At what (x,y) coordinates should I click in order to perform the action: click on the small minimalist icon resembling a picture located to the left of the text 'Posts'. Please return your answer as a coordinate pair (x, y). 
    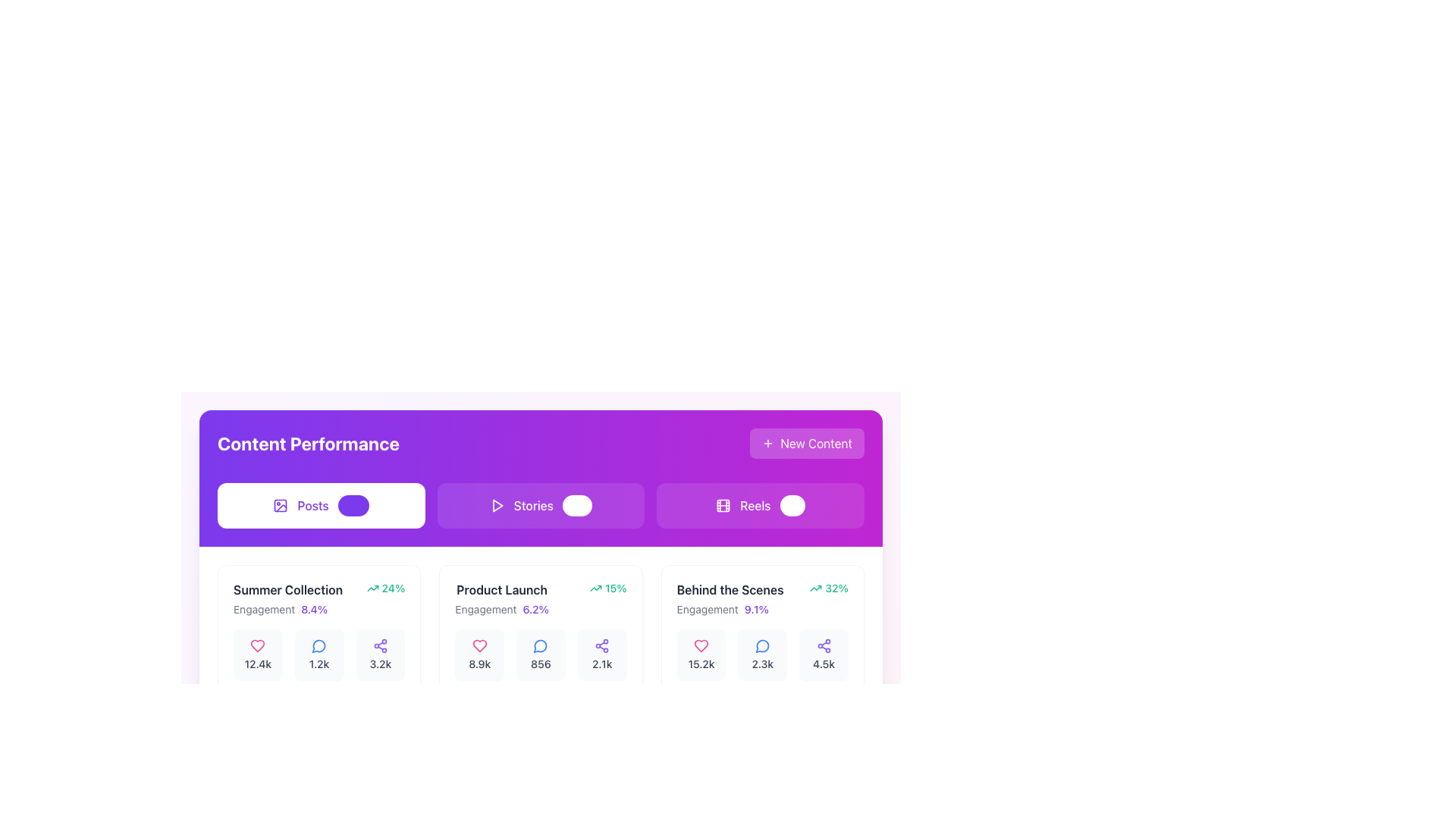
    Looking at the image, I should click on (281, 506).